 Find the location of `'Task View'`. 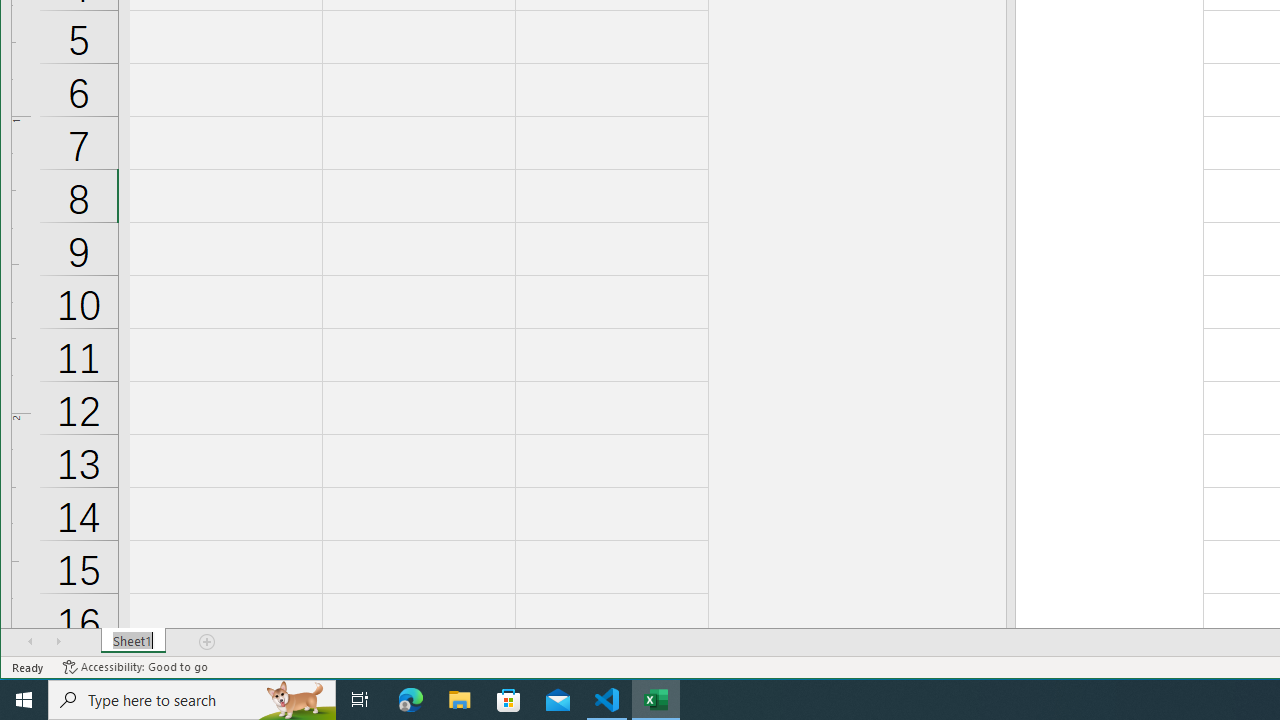

'Task View' is located at coordinates (359, 698).